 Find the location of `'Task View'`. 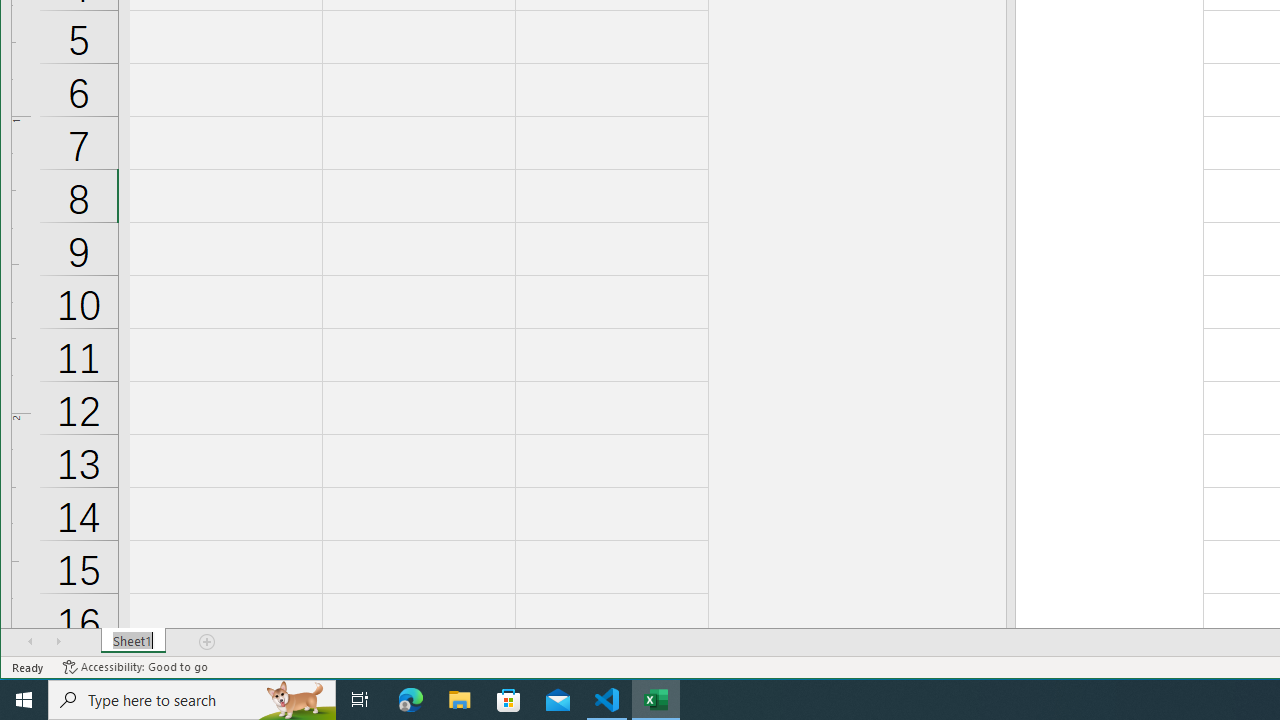

'Task View' is located at coordinates (359, 698).